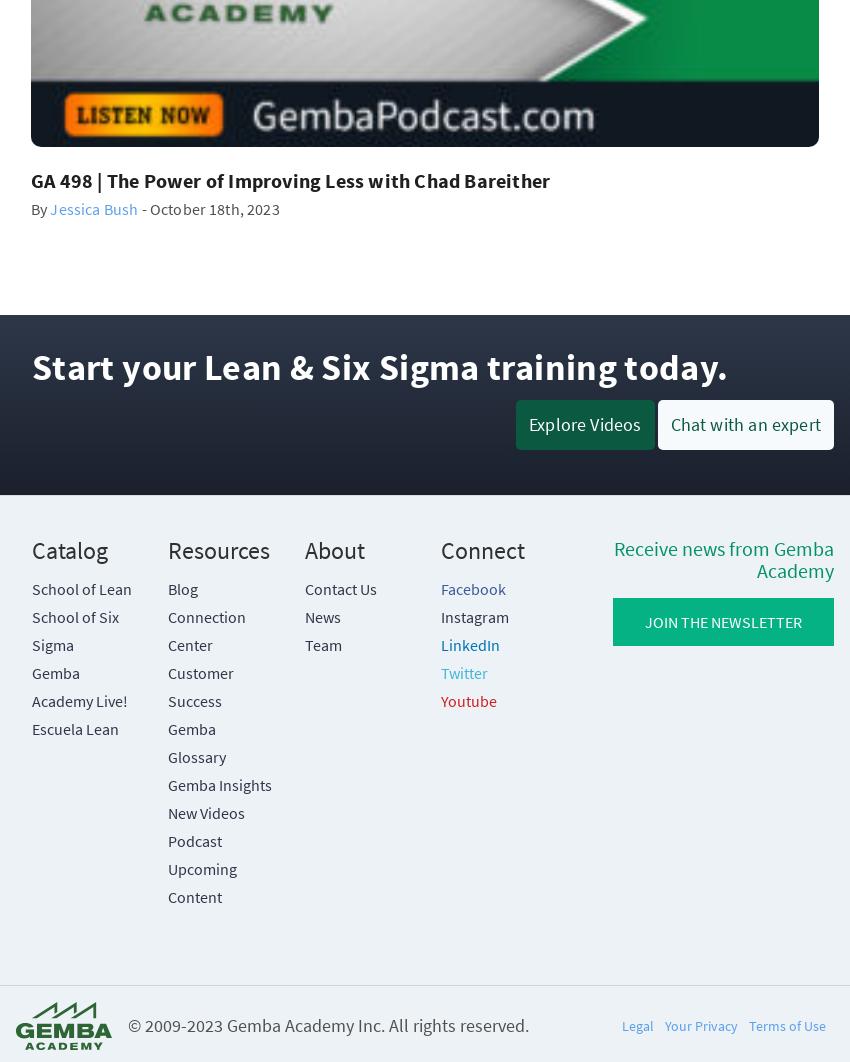 The image size is (850, 1062). Describe the element at coordinates (333, 550) in the screenshot. I see `'About'` at that location.